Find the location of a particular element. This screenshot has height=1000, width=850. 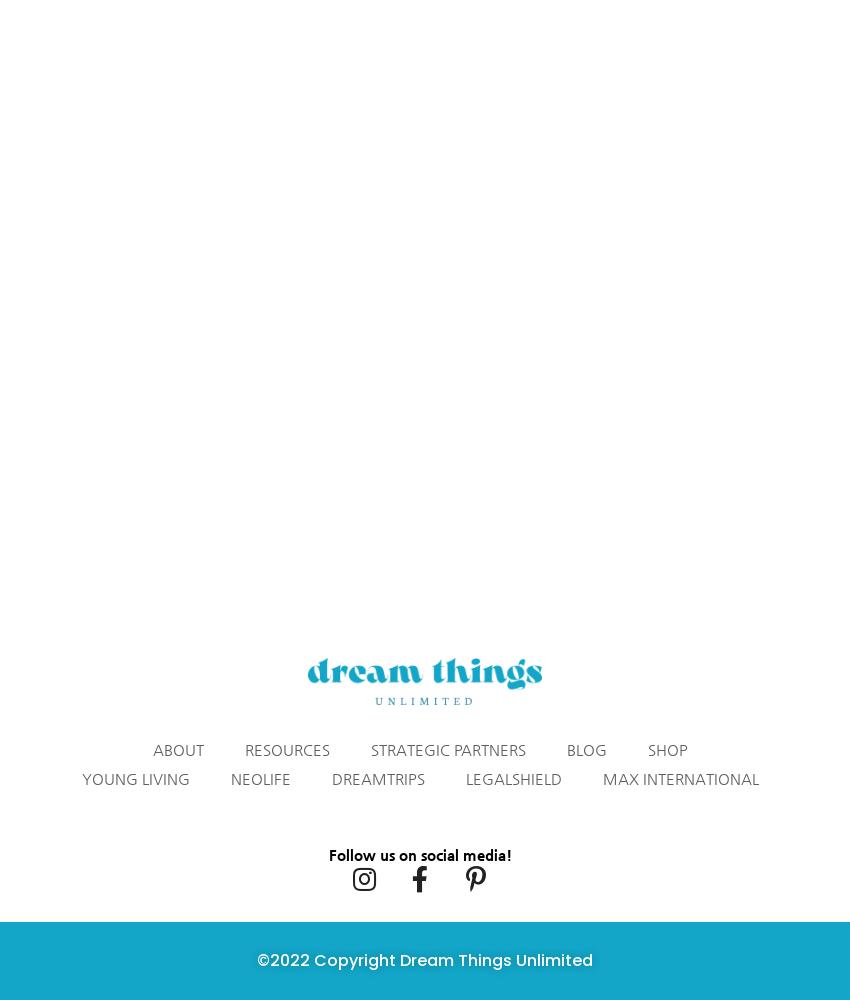

'DreamTrips' is located at coordinates (330, 778).